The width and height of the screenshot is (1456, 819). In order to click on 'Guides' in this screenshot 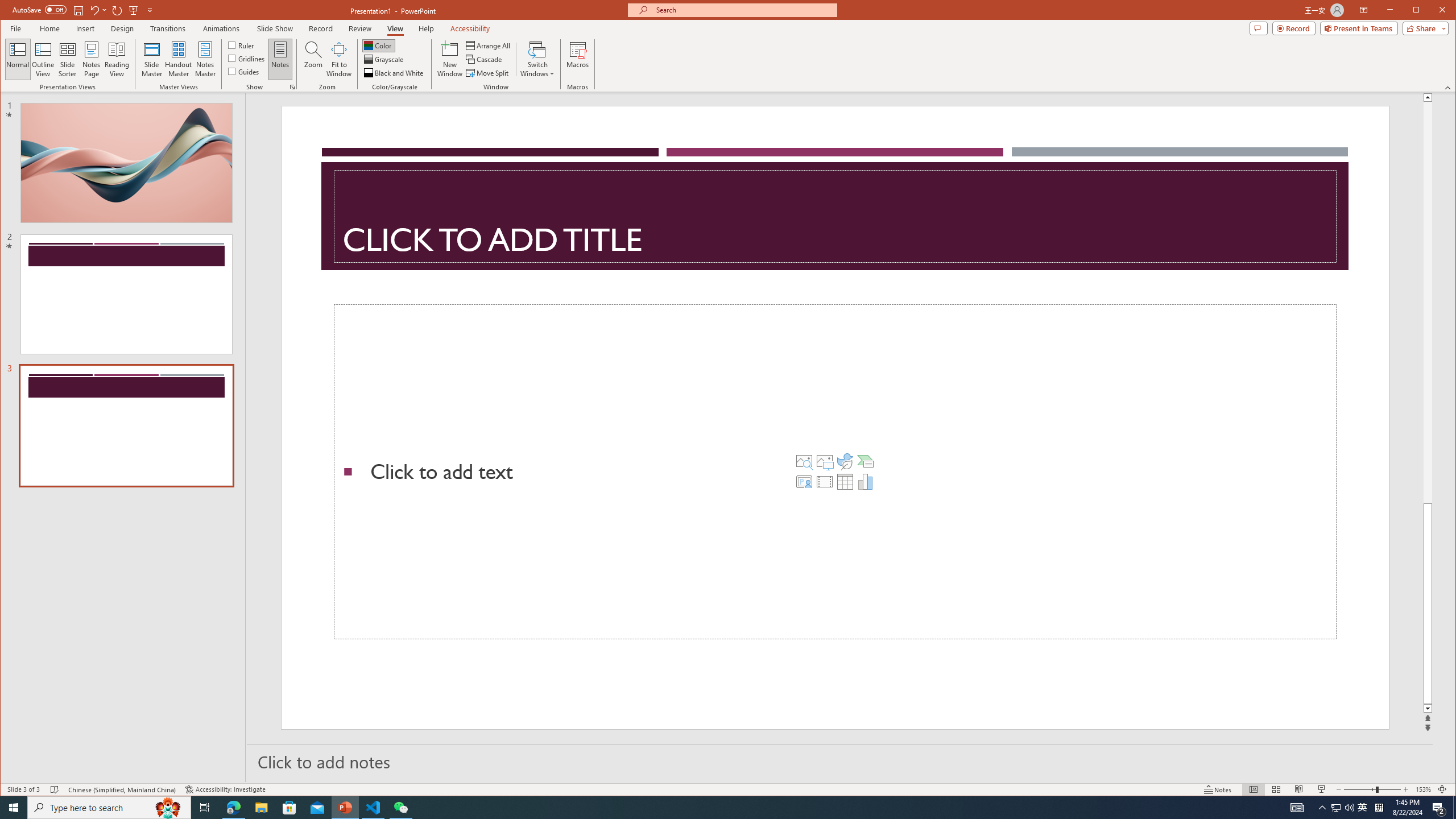, I will do `click(243, 71)`.